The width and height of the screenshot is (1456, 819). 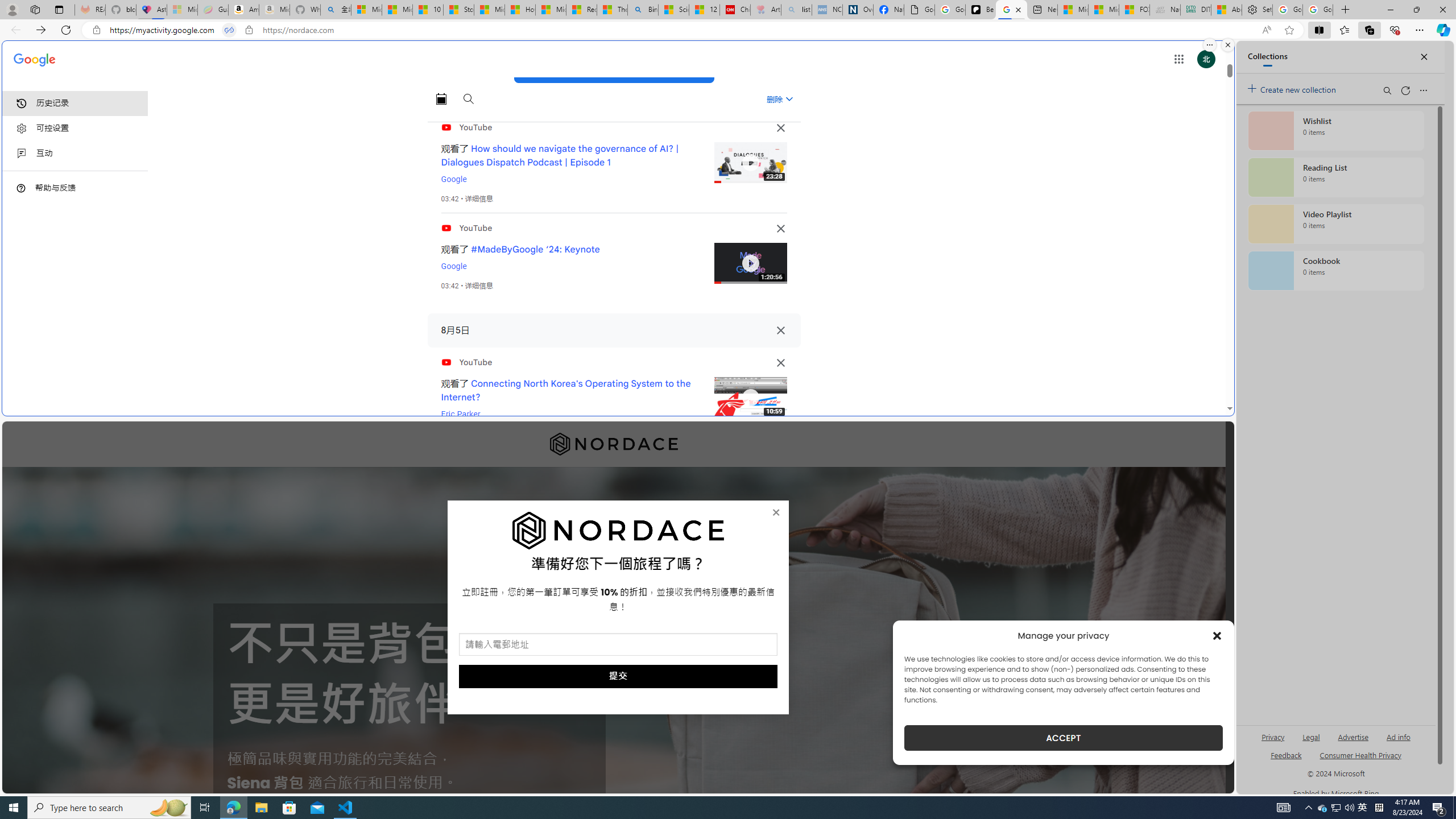 I want to click on 'AutomationID: sb_feedback', so click(x=1286, y=754).